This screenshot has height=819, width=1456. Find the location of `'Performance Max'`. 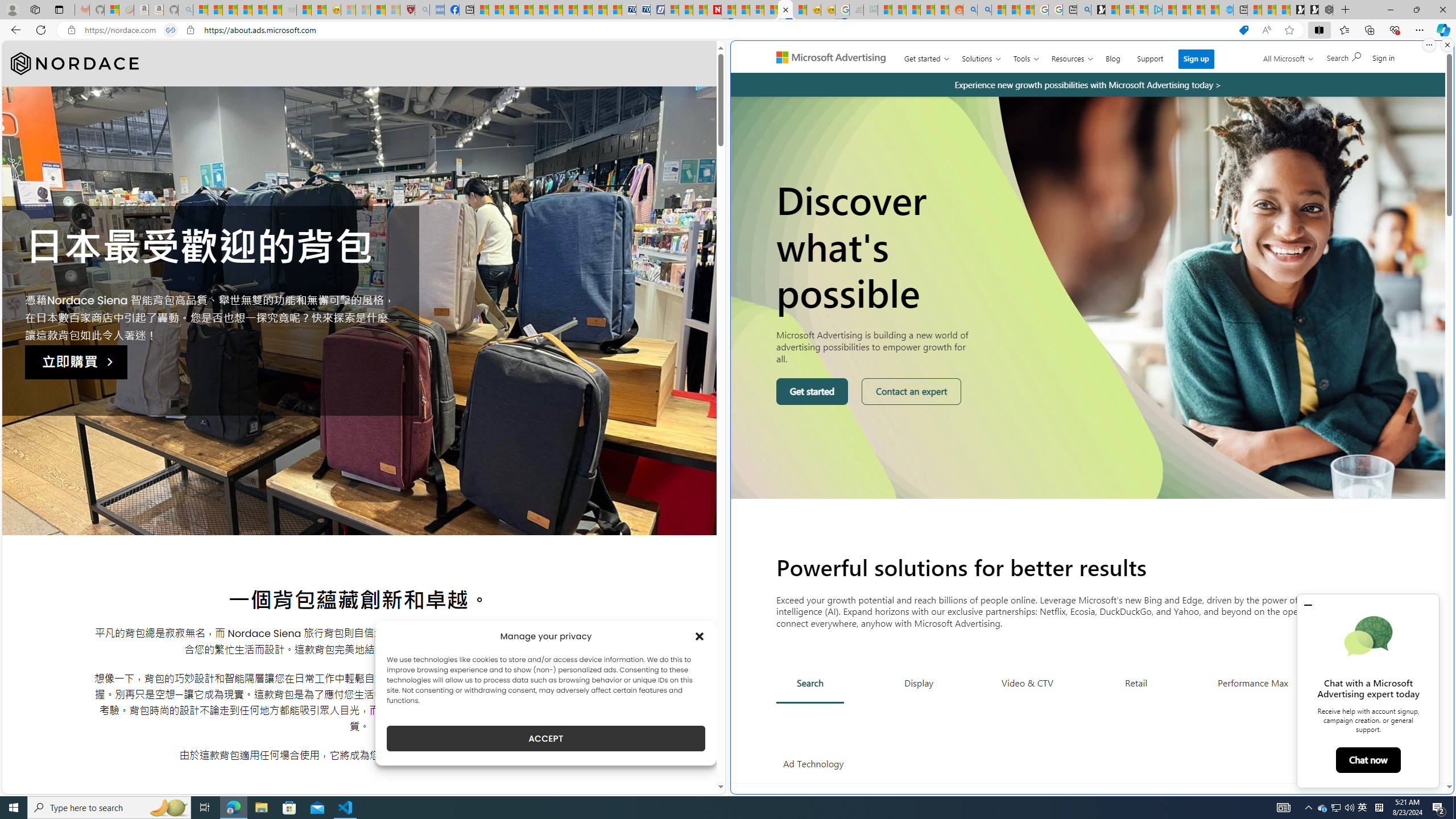

'Performance Max' is located at coordinates (1252, 682).